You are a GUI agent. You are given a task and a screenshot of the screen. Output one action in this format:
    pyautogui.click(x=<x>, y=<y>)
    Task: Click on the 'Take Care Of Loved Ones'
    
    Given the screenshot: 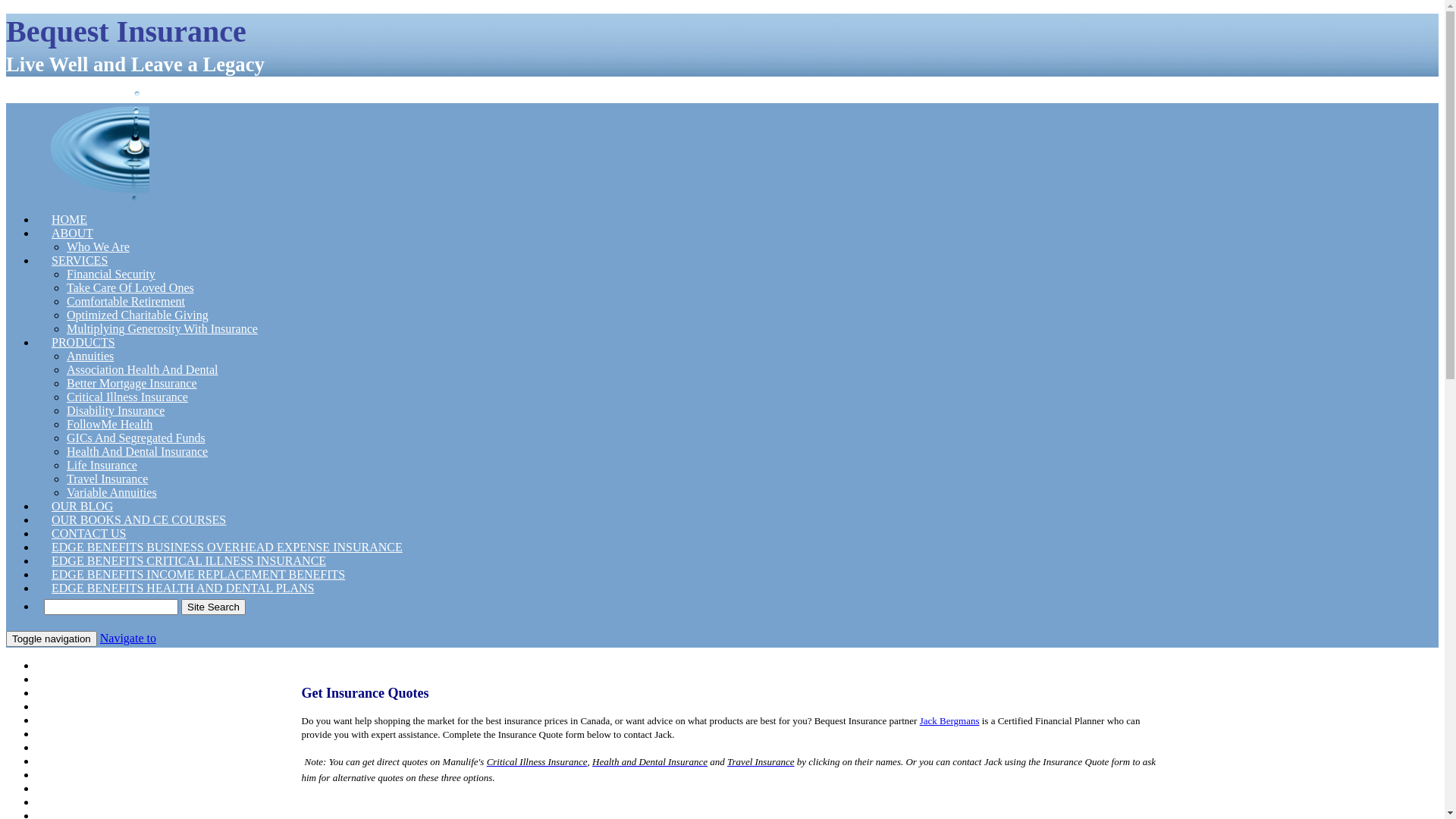 What is the action you would take?
    pyautogui.click(x=65, y=287)
    